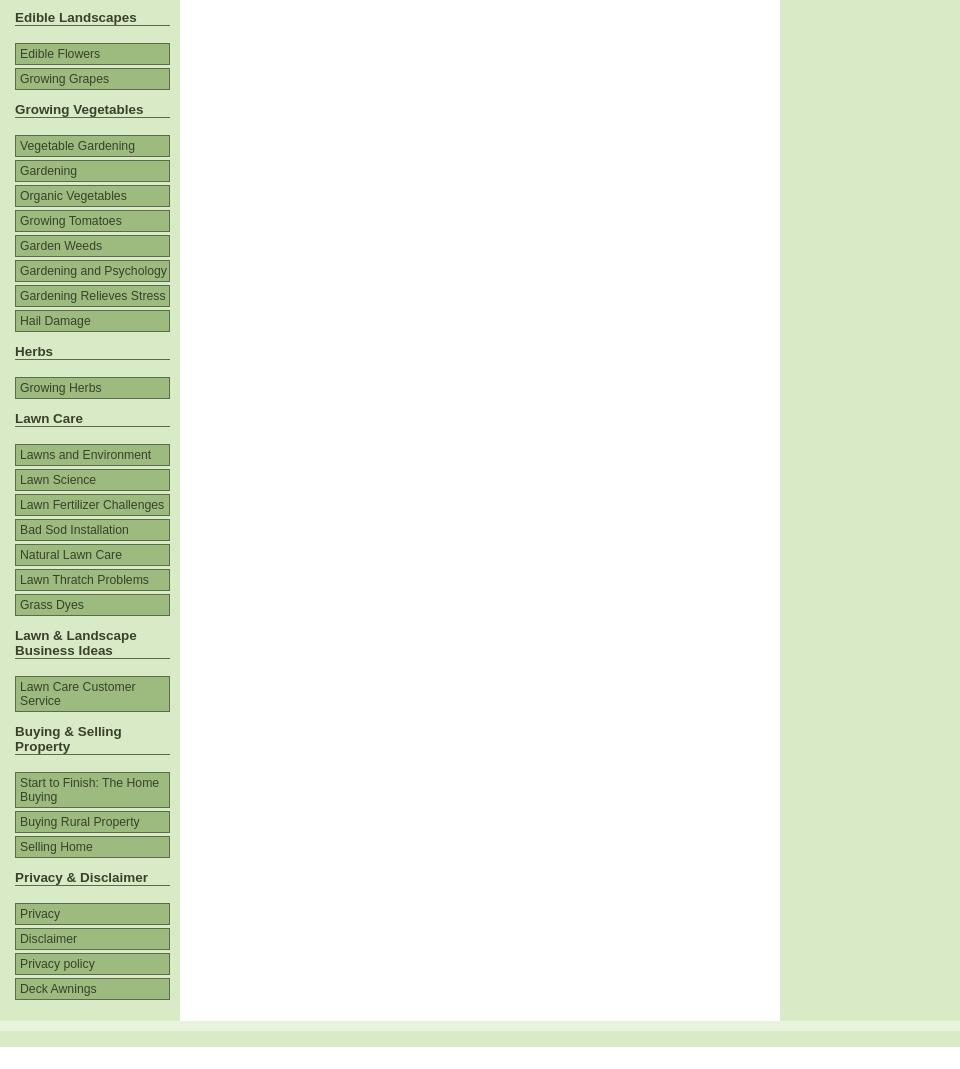 The image size is (960, 1069). What do you see at coordinates (64, 77) in the screenshot?
I see `'Growing Grapes'` at bounding box center [64, 77].